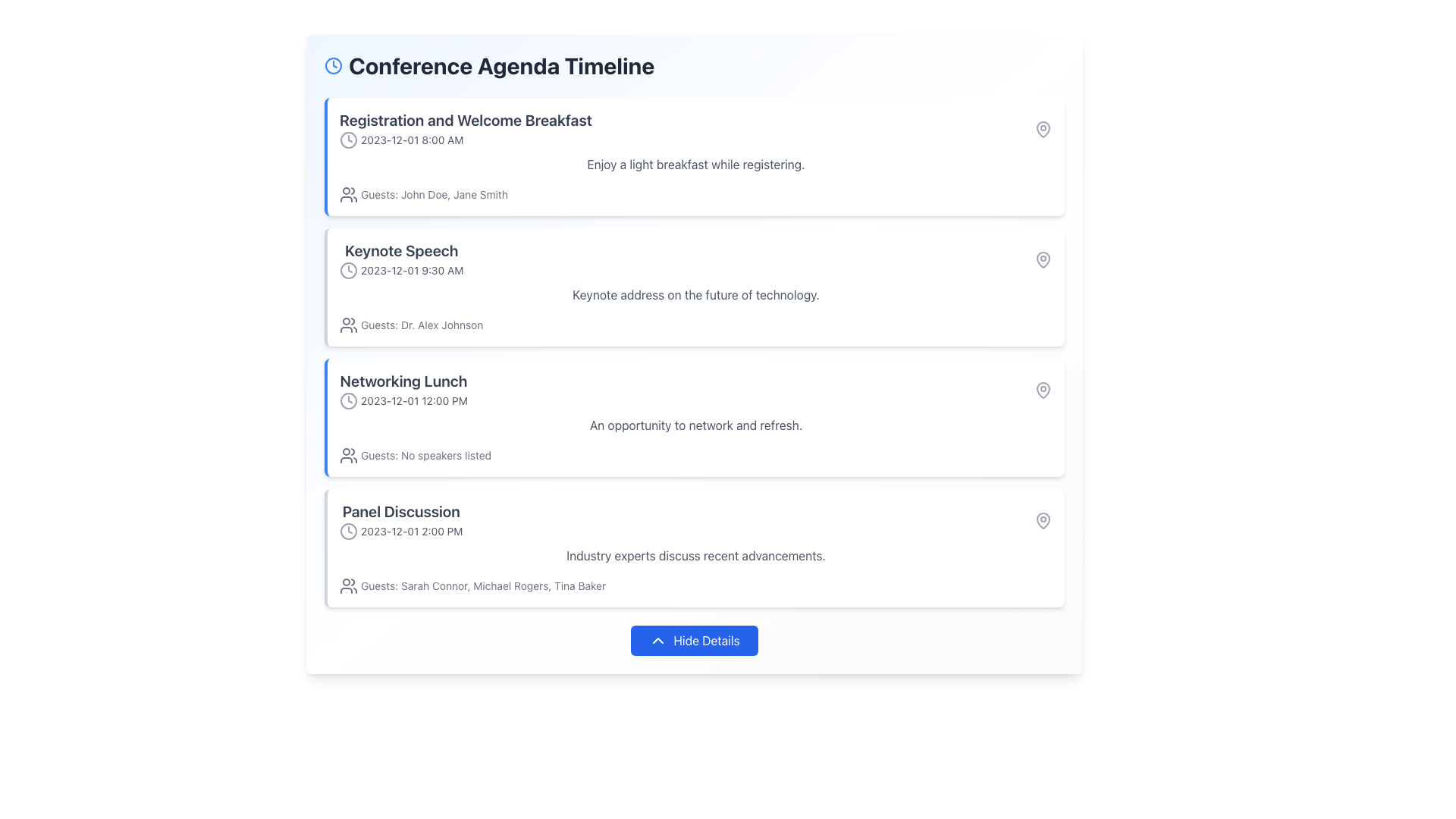  What do you see at coordinates (348, 585) in the screenshot?
I see `the icon representing guests, located to the left of the text 'Guests: Sarah Connor, Michael Rogers, Tina Baker' within the 'Panel Discussion' panel` at bounding box center [348, 585].